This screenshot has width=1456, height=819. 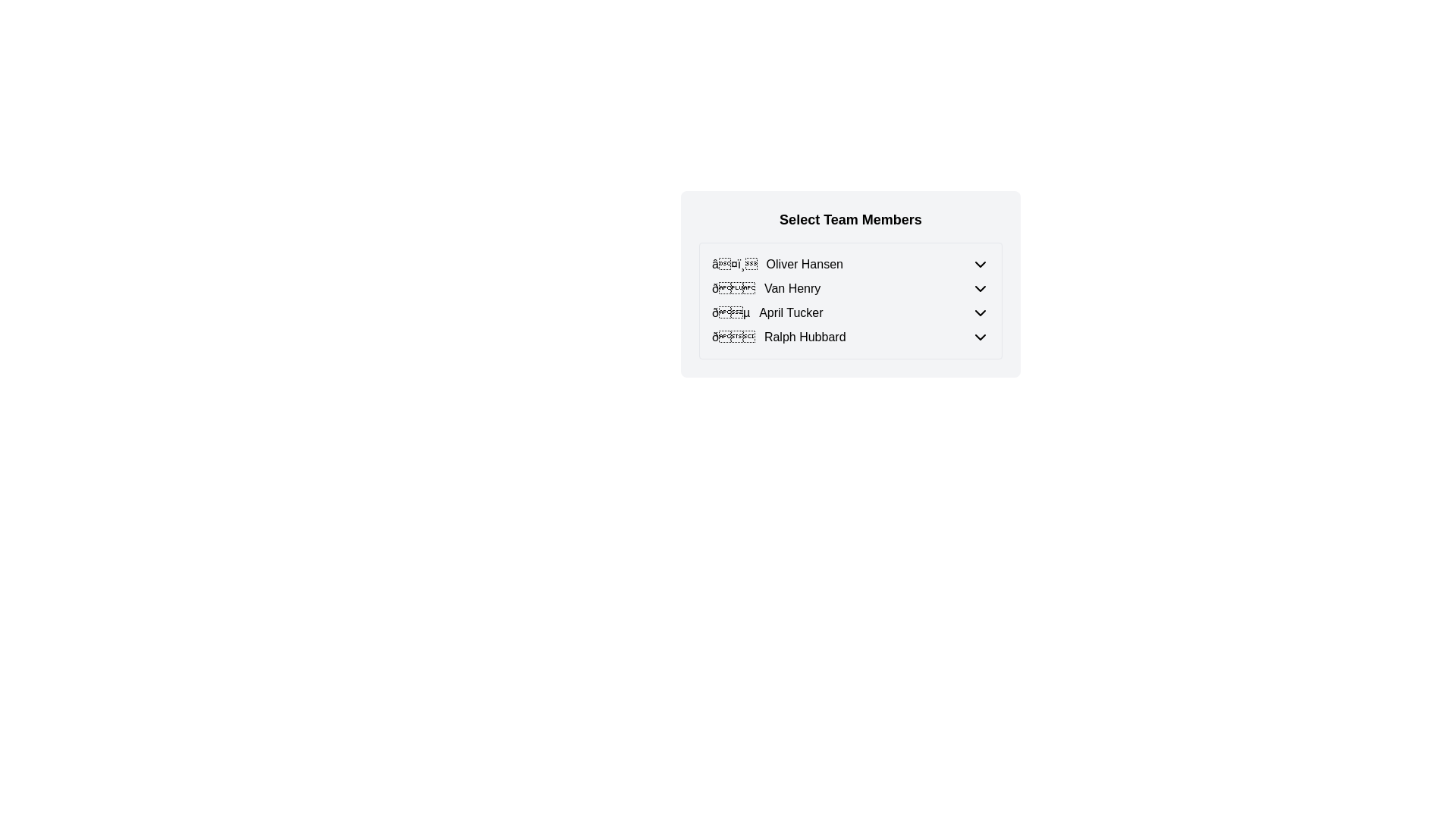 What do you see at coordinates (767, 312) in the screenshot?
I see `the list item representing 'April Tucker', located in the third row of the team members list` at bounding box center [767, 312].